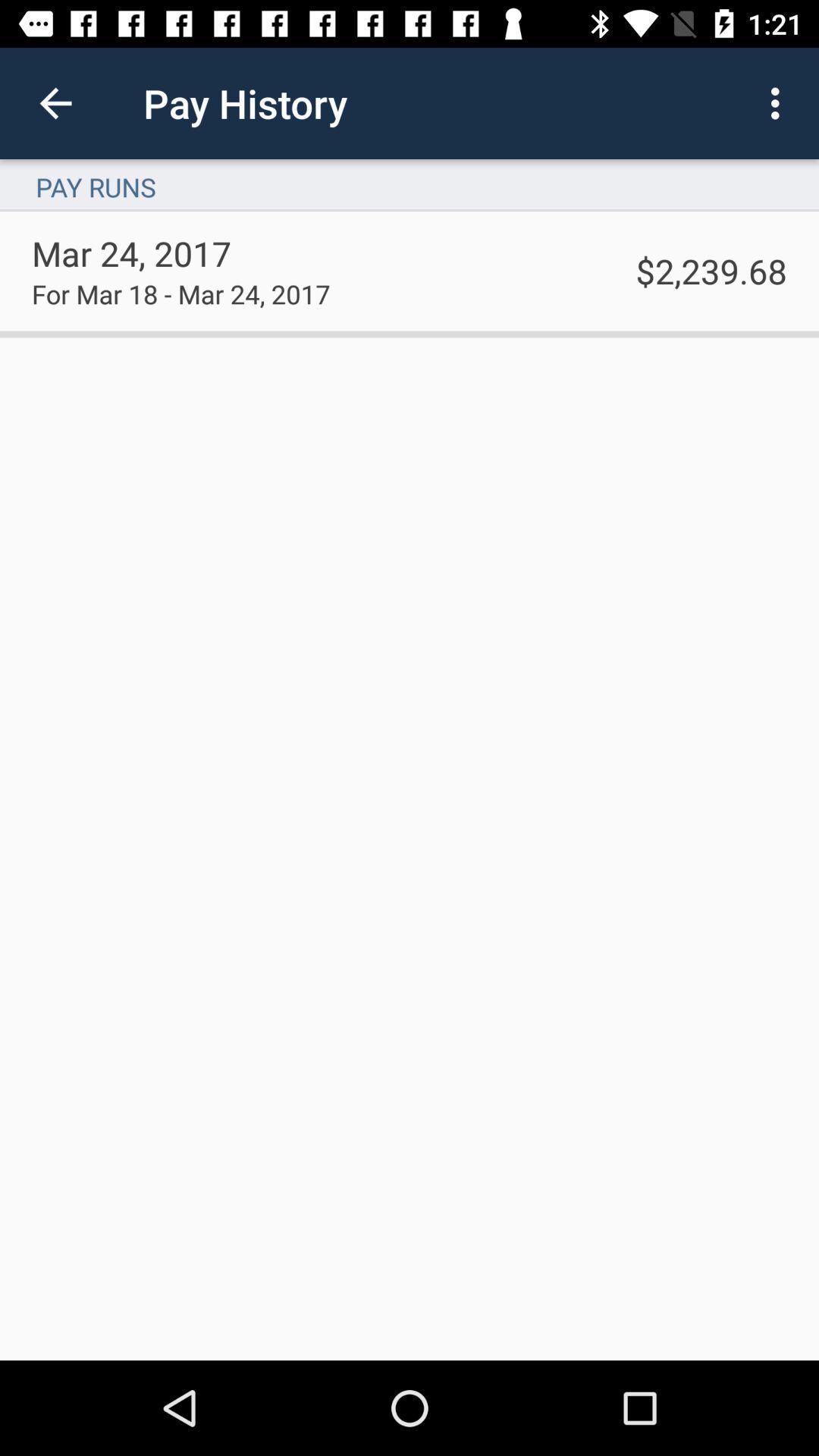 The height and width of the screenshot is (1456, 819). What do you see at coordinates (711, 271) in the screenshot?
I see `$2,239.68` at bounding box center [711, 271].